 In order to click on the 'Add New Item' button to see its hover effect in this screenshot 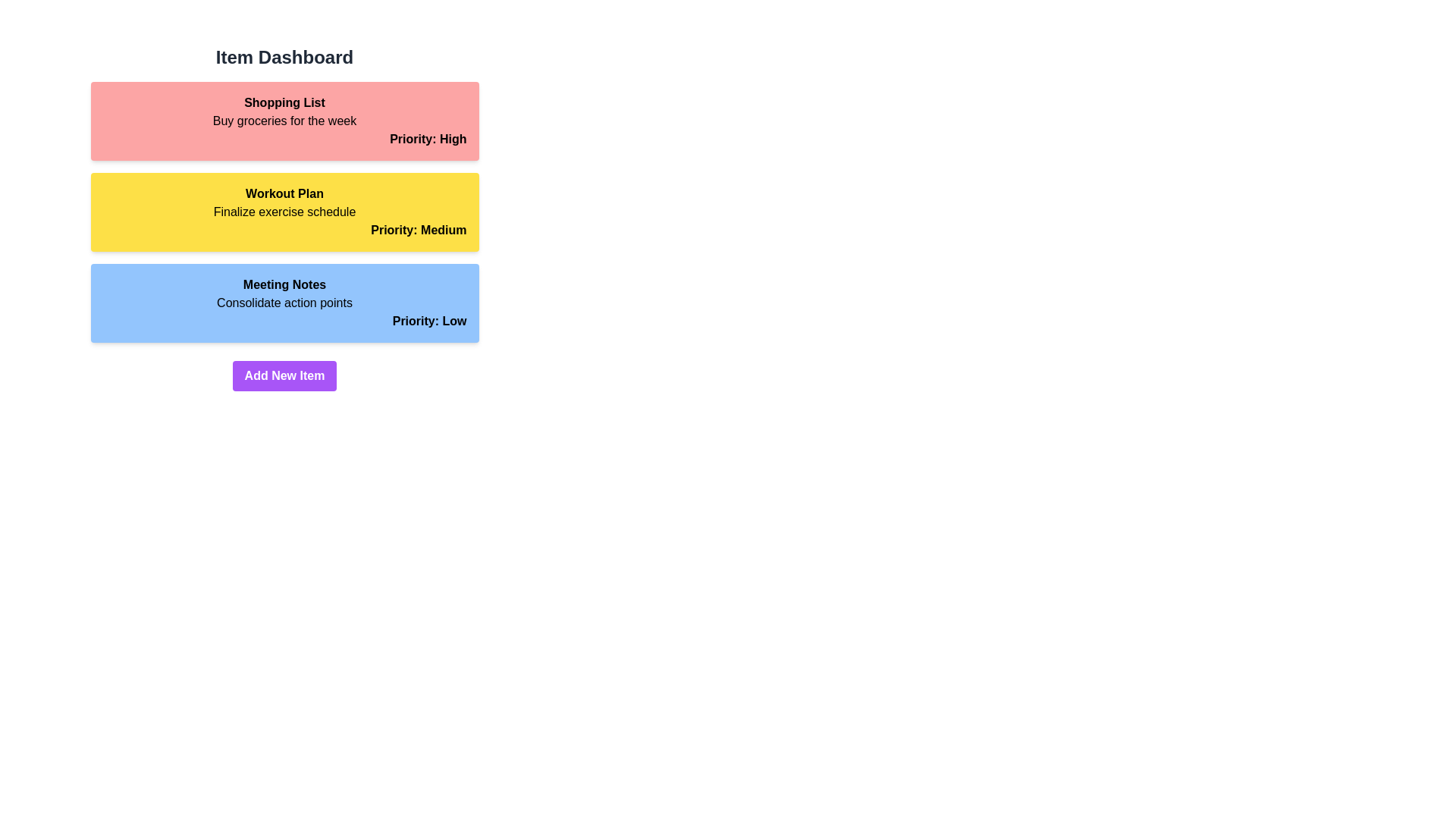, I will do `click(284, 375)`.